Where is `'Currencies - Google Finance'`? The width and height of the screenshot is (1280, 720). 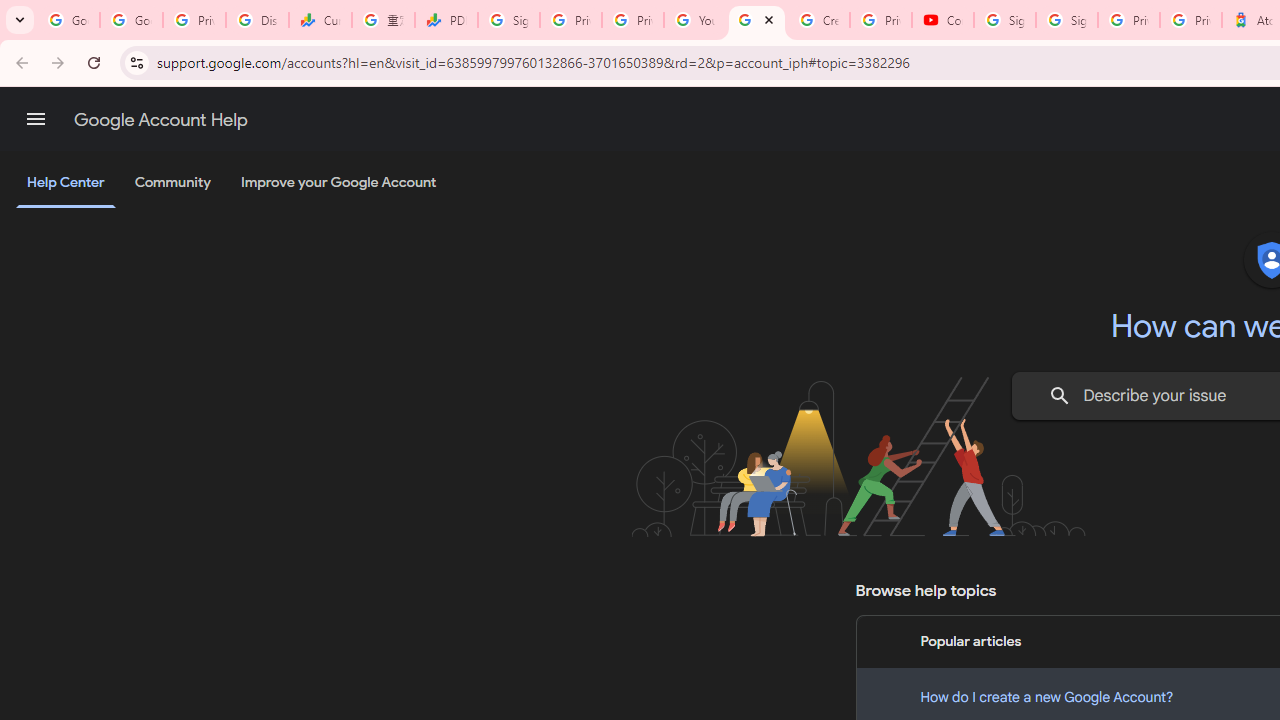
'Currencies - Google Finance' is located at coordinates (320, 20).